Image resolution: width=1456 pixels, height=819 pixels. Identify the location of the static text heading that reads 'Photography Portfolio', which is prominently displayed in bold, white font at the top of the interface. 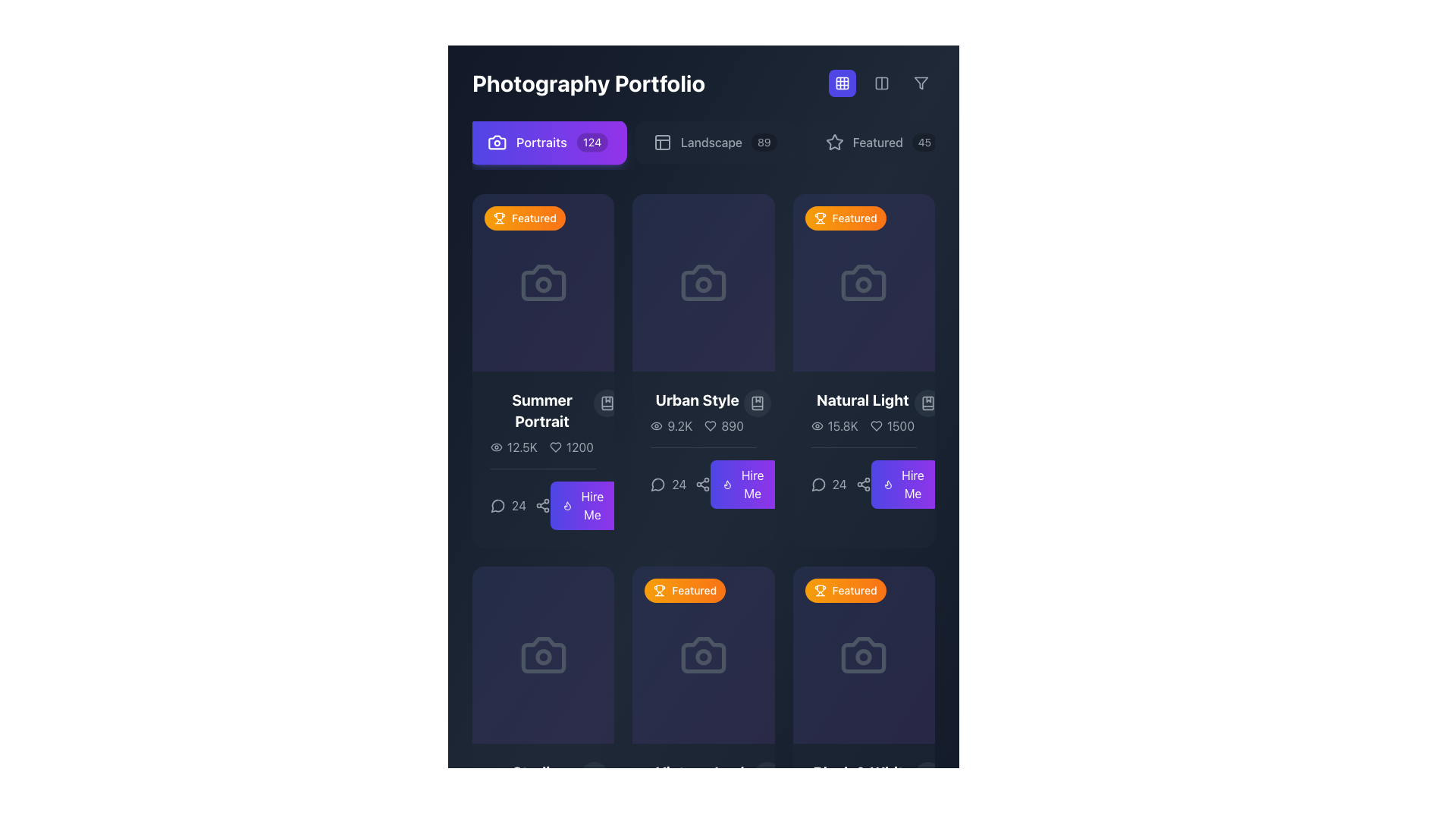
(702, 83).